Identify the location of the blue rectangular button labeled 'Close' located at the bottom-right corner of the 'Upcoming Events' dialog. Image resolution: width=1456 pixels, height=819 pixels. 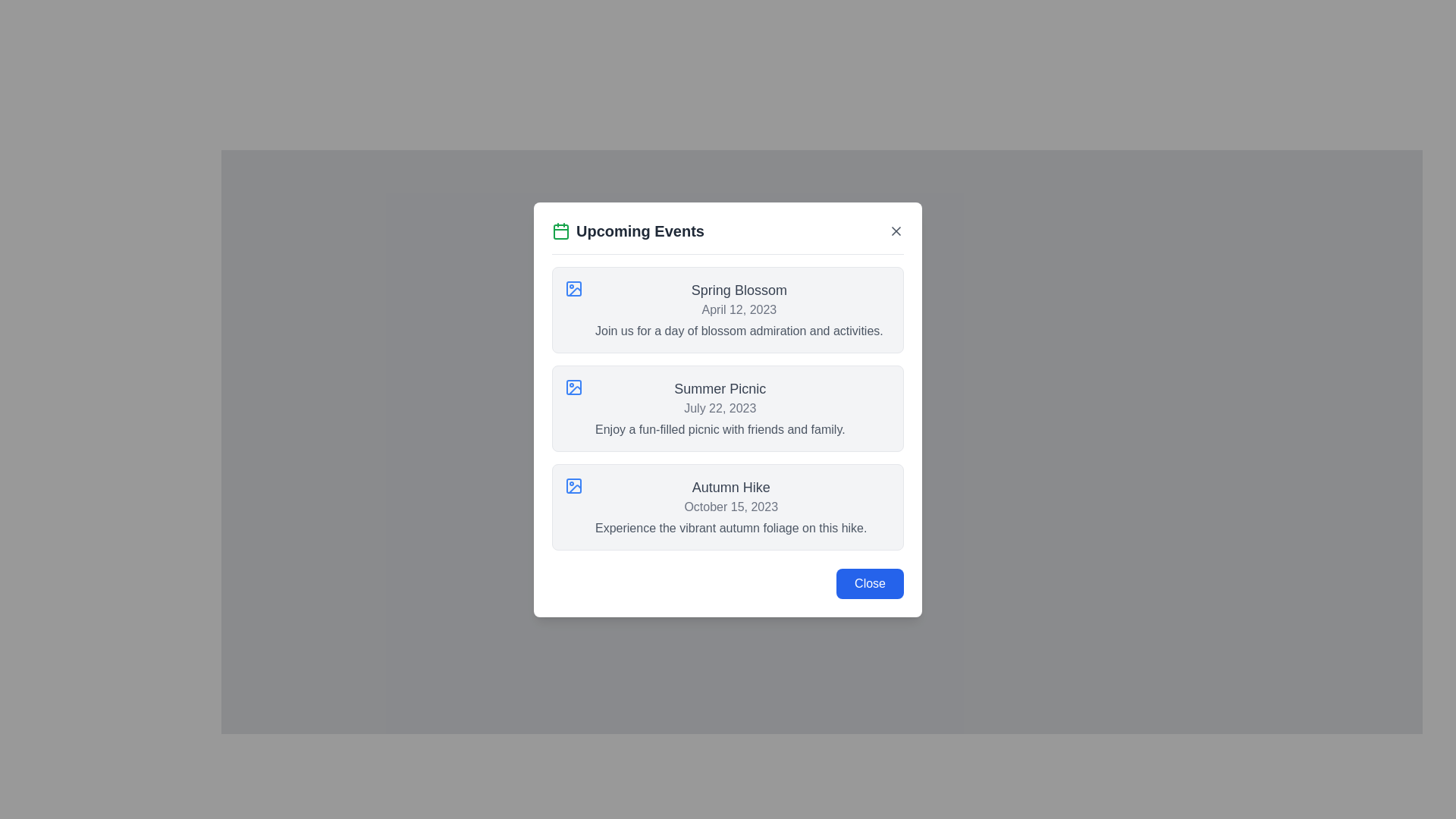
(870, 582).